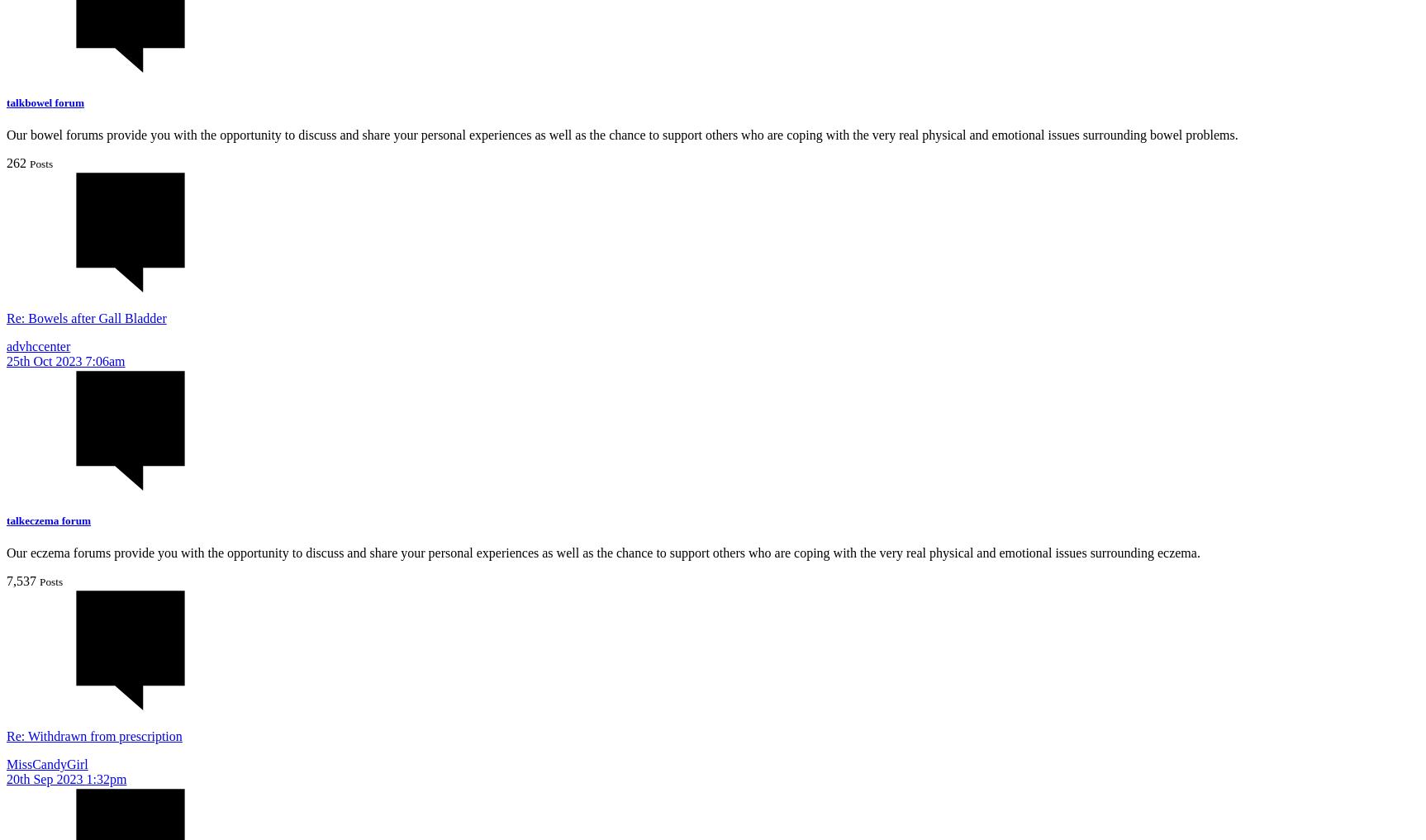  Describe the element at coordinates (66, 778) in the screenshot. I see `'20th Sep 2023 1:32pm'` at that location.